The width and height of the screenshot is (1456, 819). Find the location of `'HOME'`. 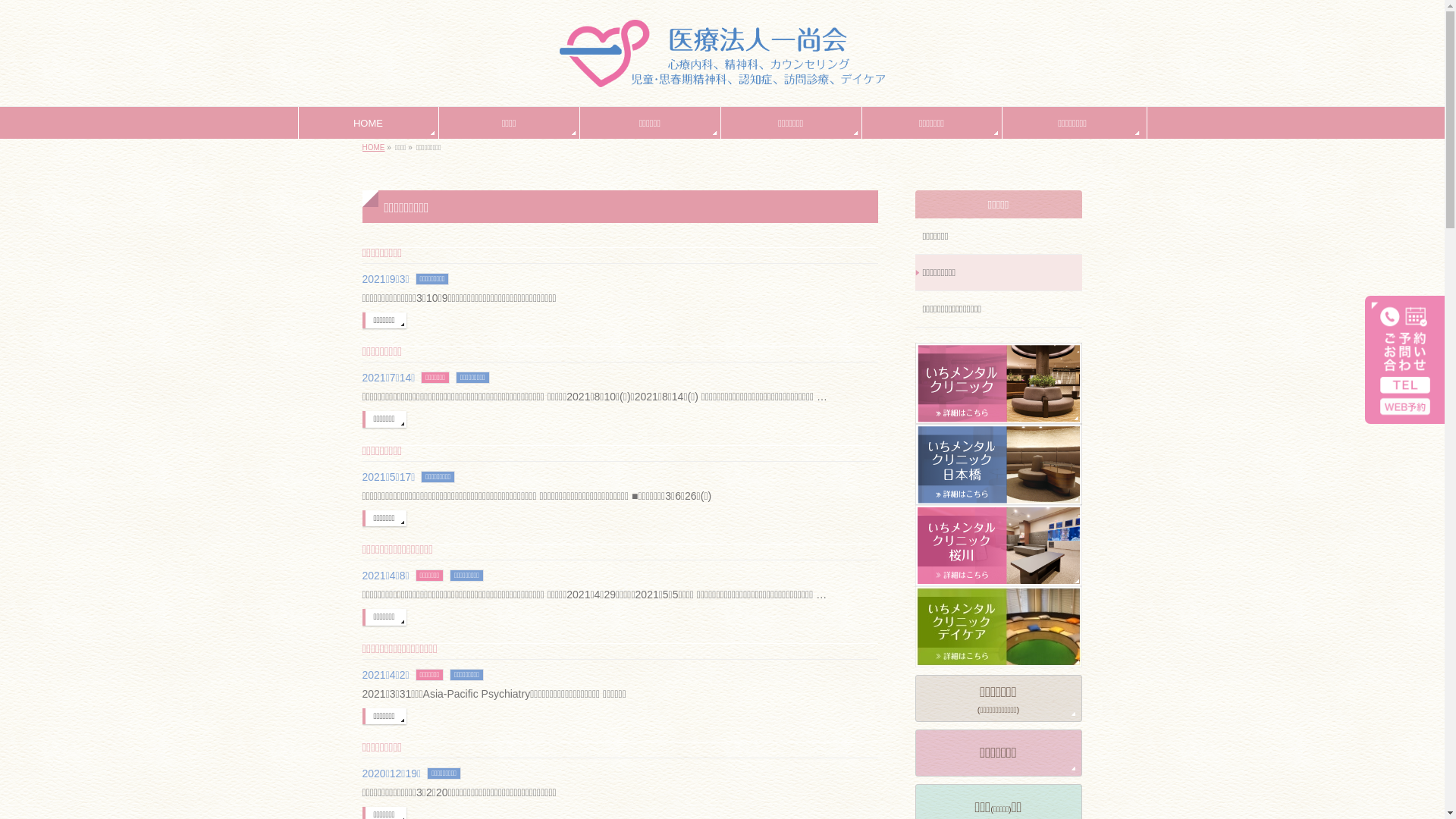

'HOME' is located at coordinates (362, 147).